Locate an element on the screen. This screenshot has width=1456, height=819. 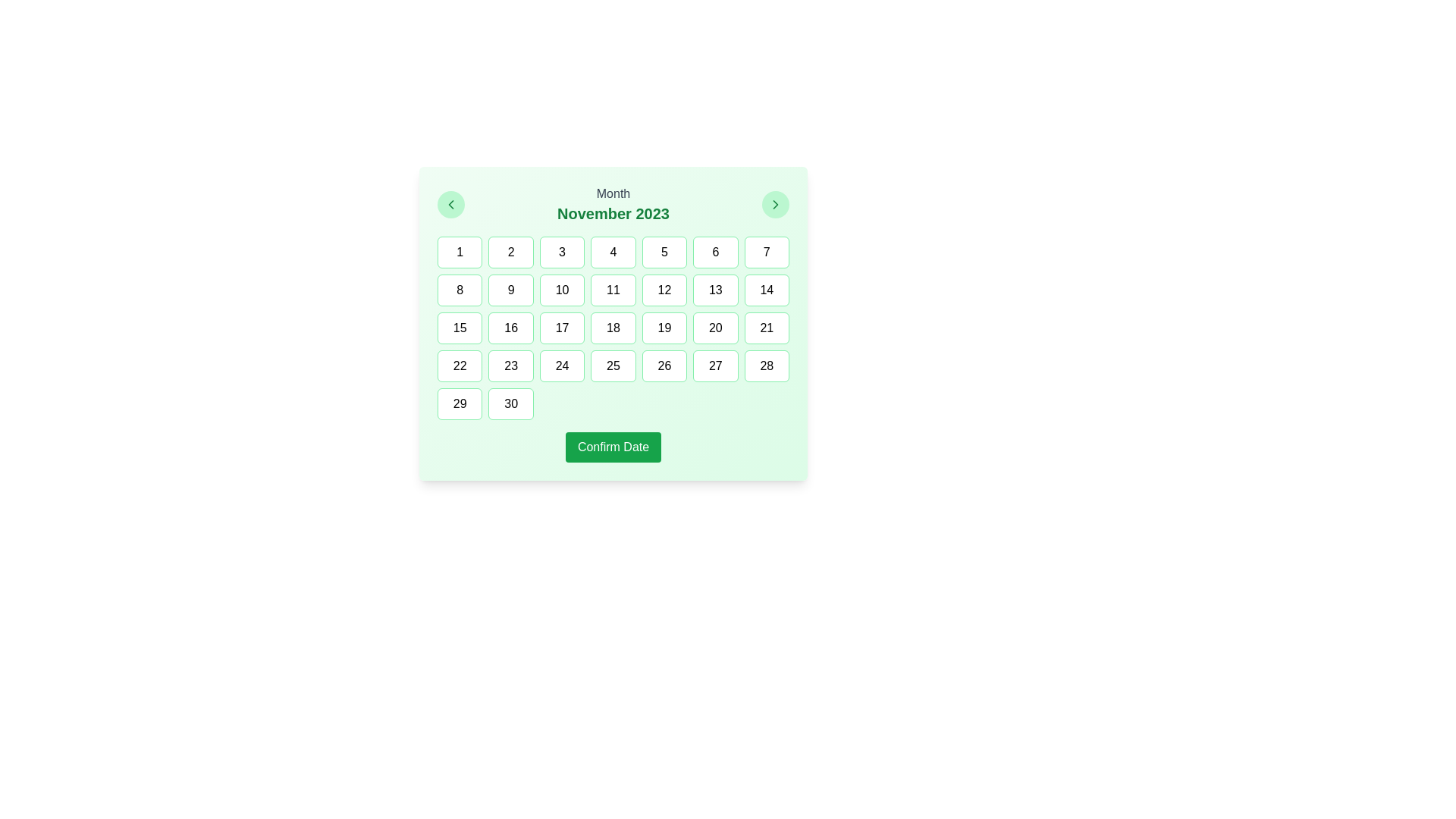
the selectable calendar date button labeled '30' in the date picker interface to change its background color is located at coordinates (511, 403).